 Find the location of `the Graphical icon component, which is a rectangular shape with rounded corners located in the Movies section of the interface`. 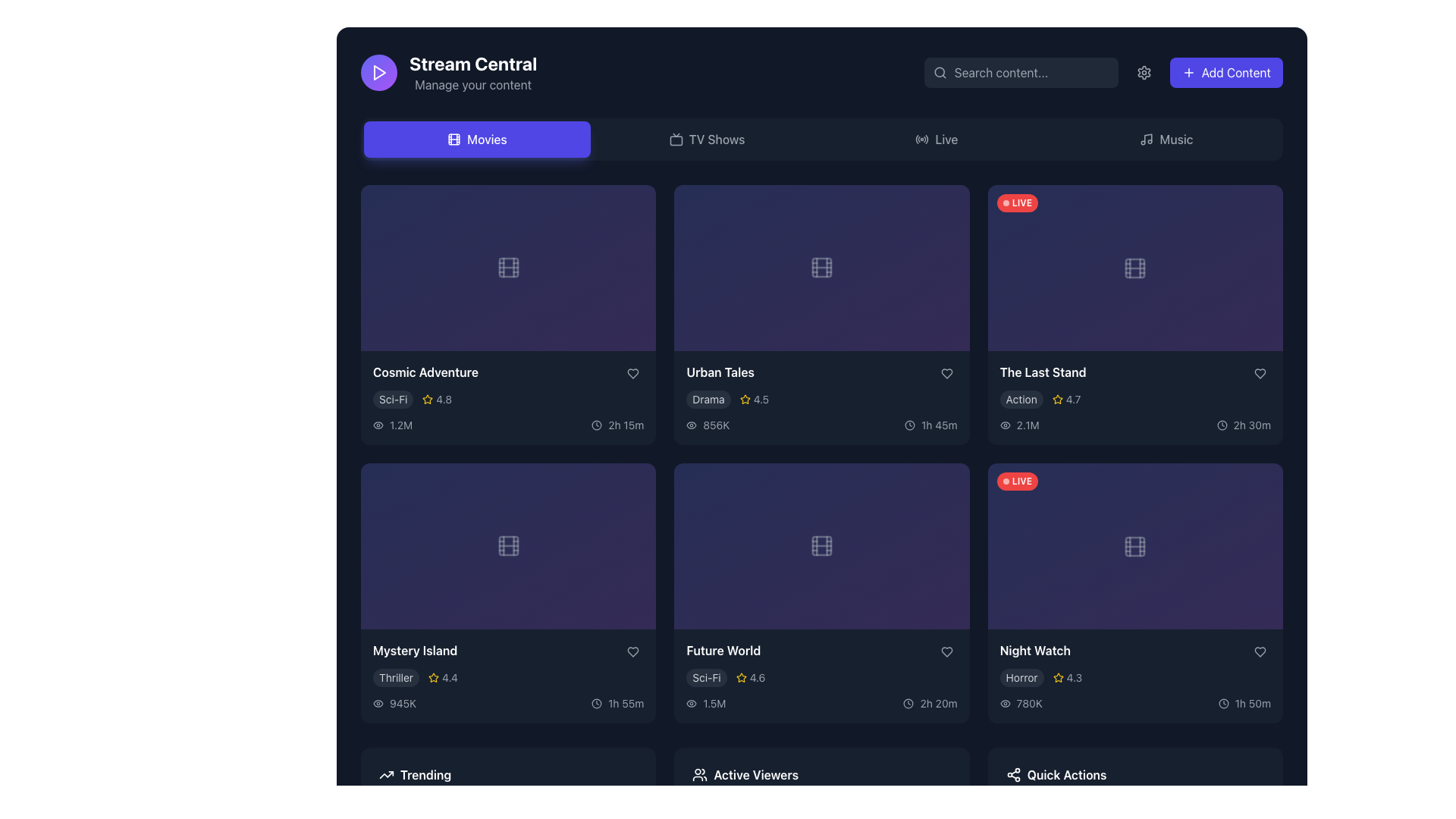

the Graphical icon component, which is a rectangular shape with rounded corners located in the Movies section of the interface is located at coordinates (453, 140).